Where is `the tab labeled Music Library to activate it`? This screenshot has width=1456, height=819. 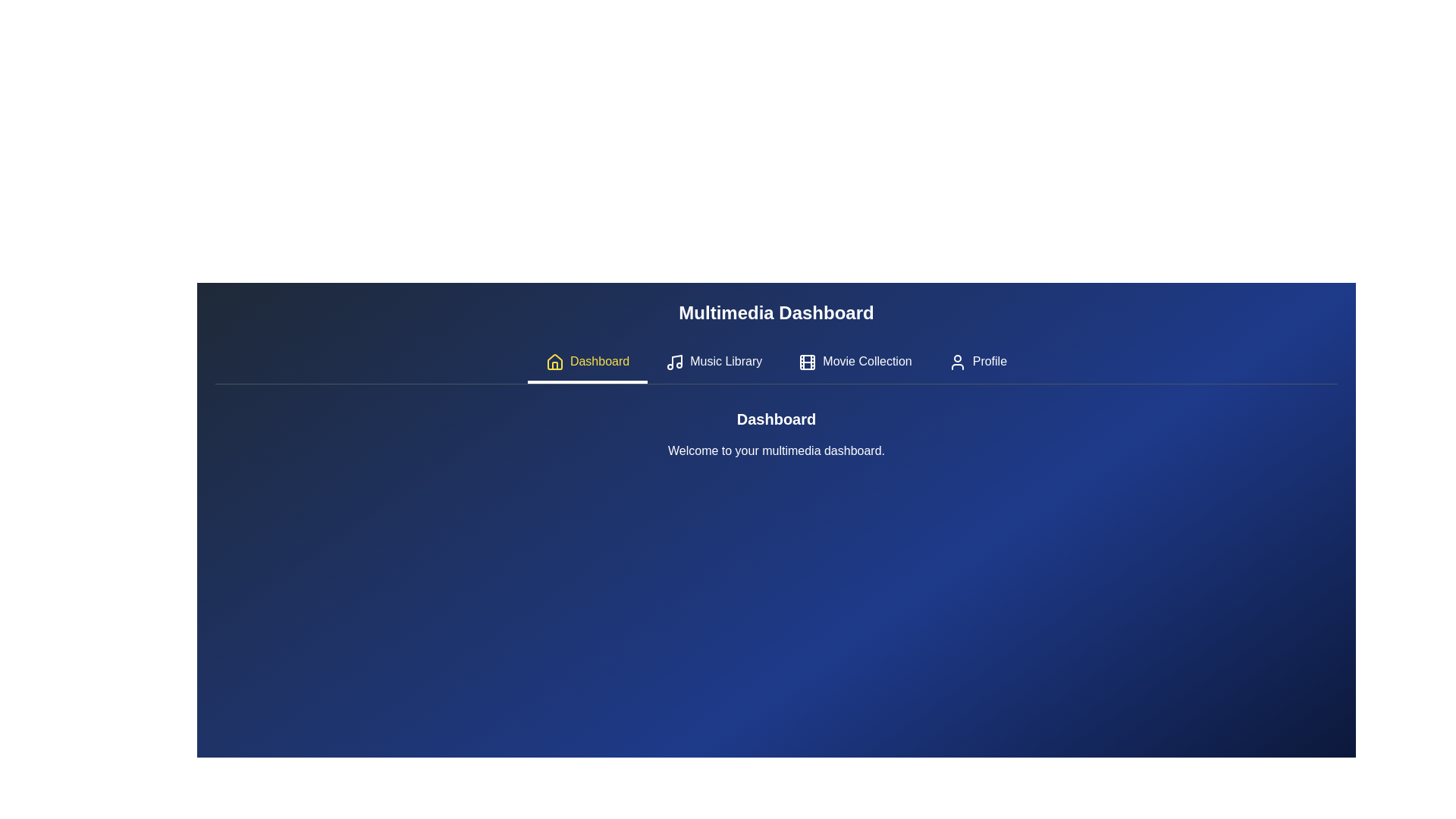
the tab labeled Music Library to activate it is located at coordinates (713, 362).